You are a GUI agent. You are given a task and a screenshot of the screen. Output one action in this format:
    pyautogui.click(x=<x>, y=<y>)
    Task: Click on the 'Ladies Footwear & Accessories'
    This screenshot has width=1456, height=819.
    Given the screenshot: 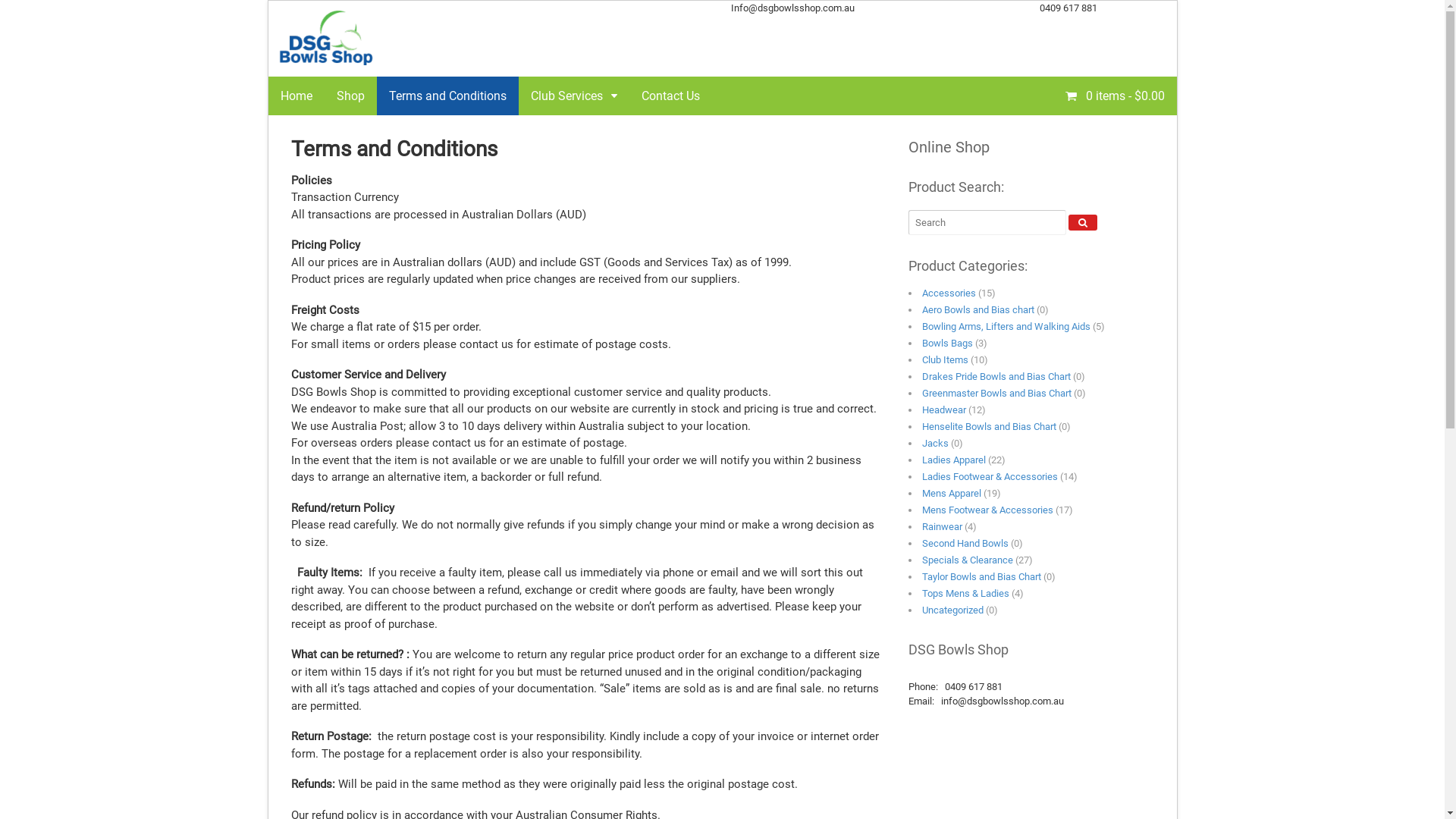 What is the action you would take?
    pyautogui.click(x=921, y=475)
    